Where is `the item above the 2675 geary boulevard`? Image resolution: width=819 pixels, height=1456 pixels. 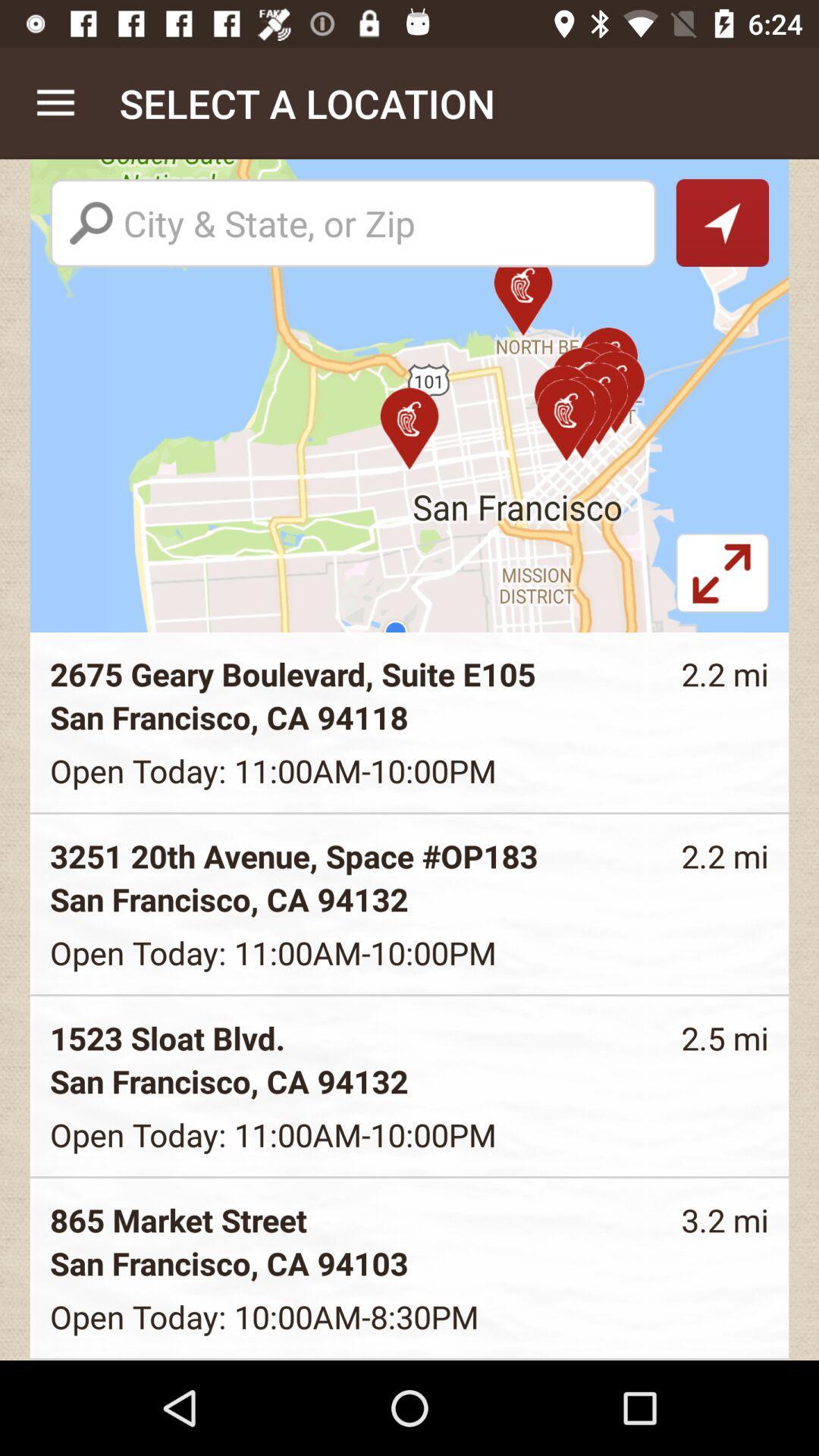
the item above the 2675 geary boulevard is located at coordinates (721, 582).